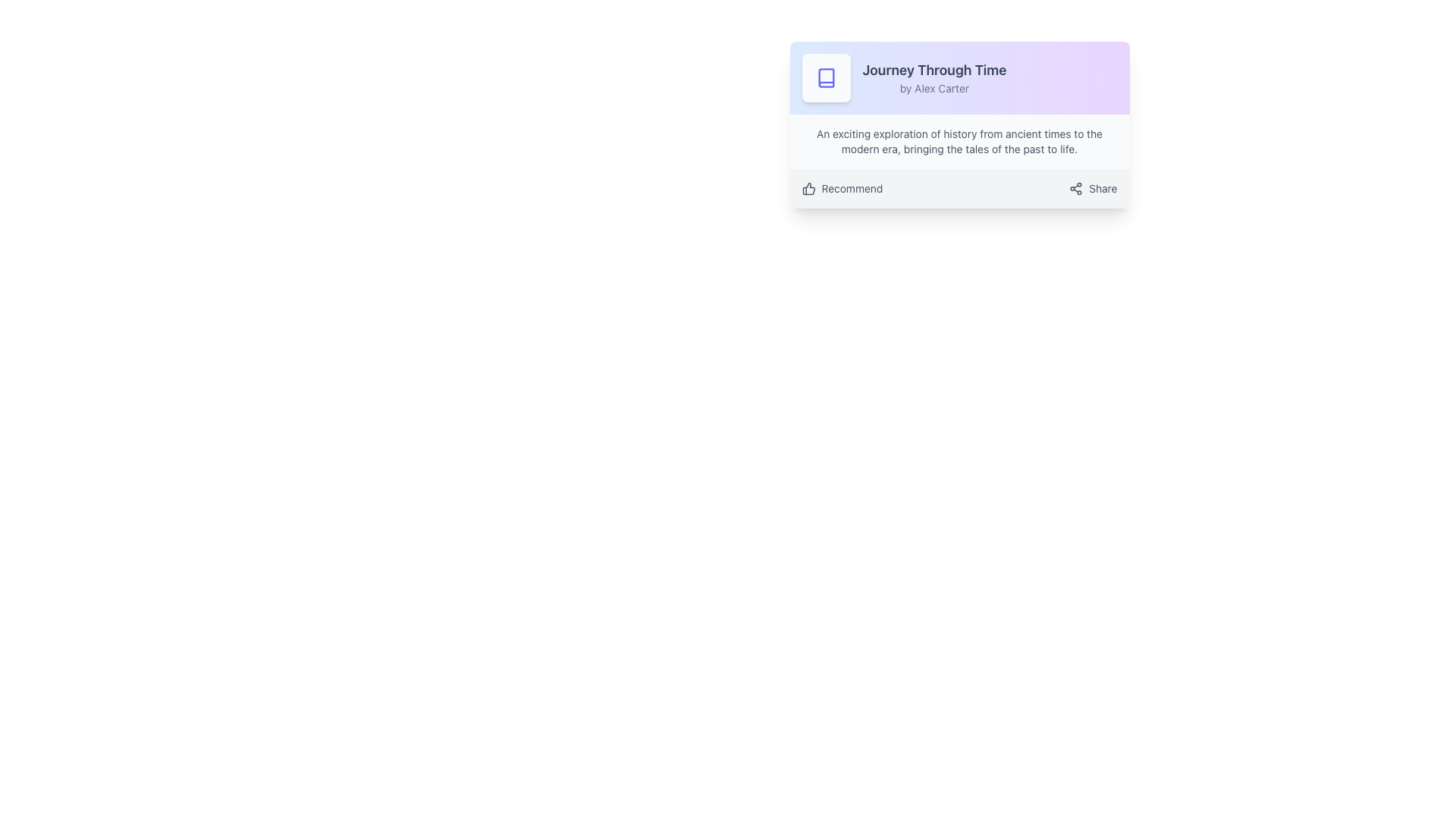 The width and height of the screenshot is (1456, 819). What do you see at coordinates (852, 188) in the screenshot?
I see `the 'Recommend' text label, which is styled in light gray and located on the lower-left part of the 'Journey Through Time' content card, adjacent to a thumbs-up icon` at bounding box center [852, 188].